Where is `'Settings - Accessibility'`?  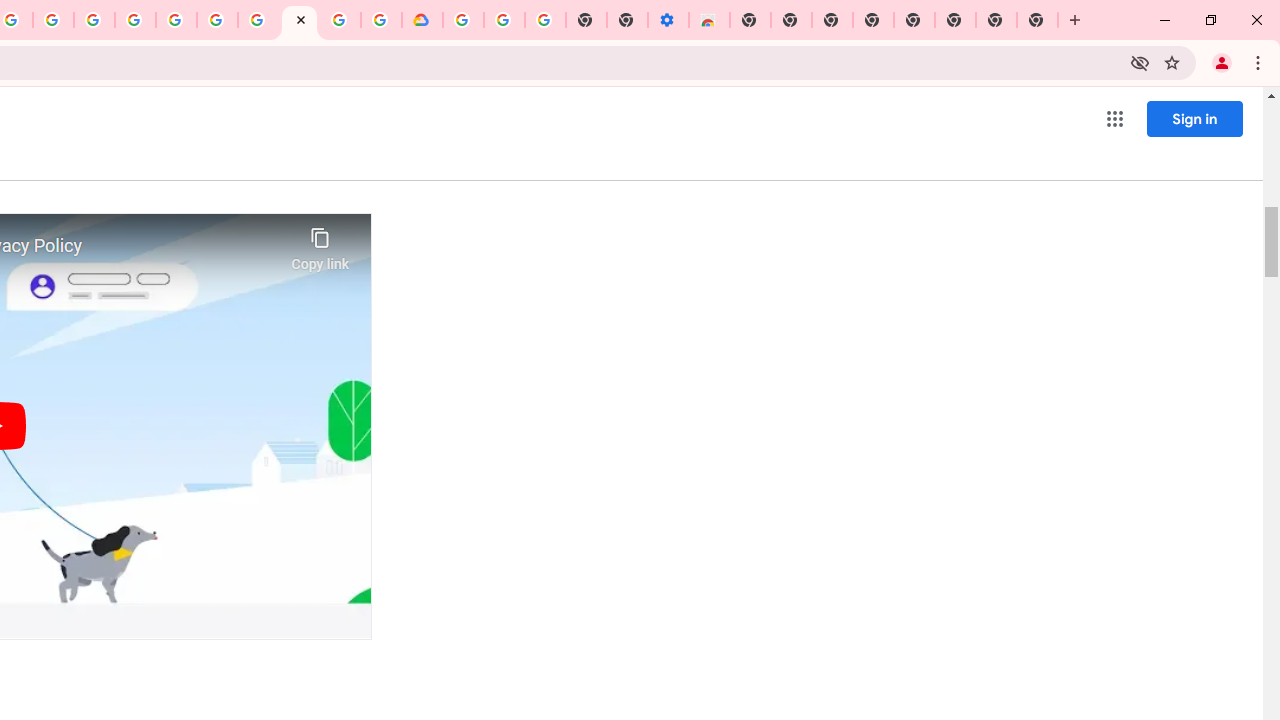 'Settings - Accessibility' is located at coordinates (668, 20).